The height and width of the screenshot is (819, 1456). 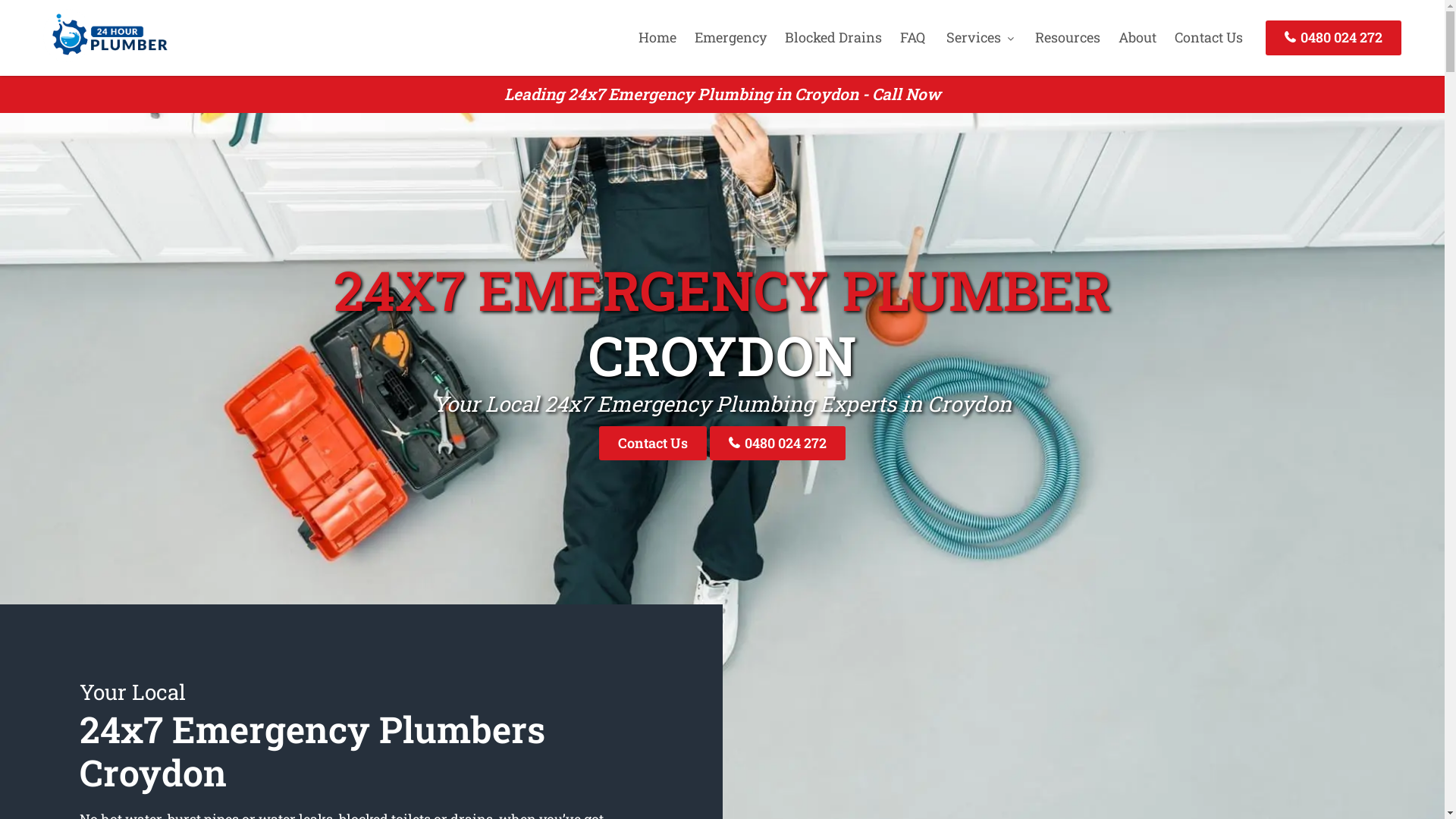 What do you see at coordinates (1137, 36) in the screenshot?
I see `'About'` at bounding box center [1137, 36].